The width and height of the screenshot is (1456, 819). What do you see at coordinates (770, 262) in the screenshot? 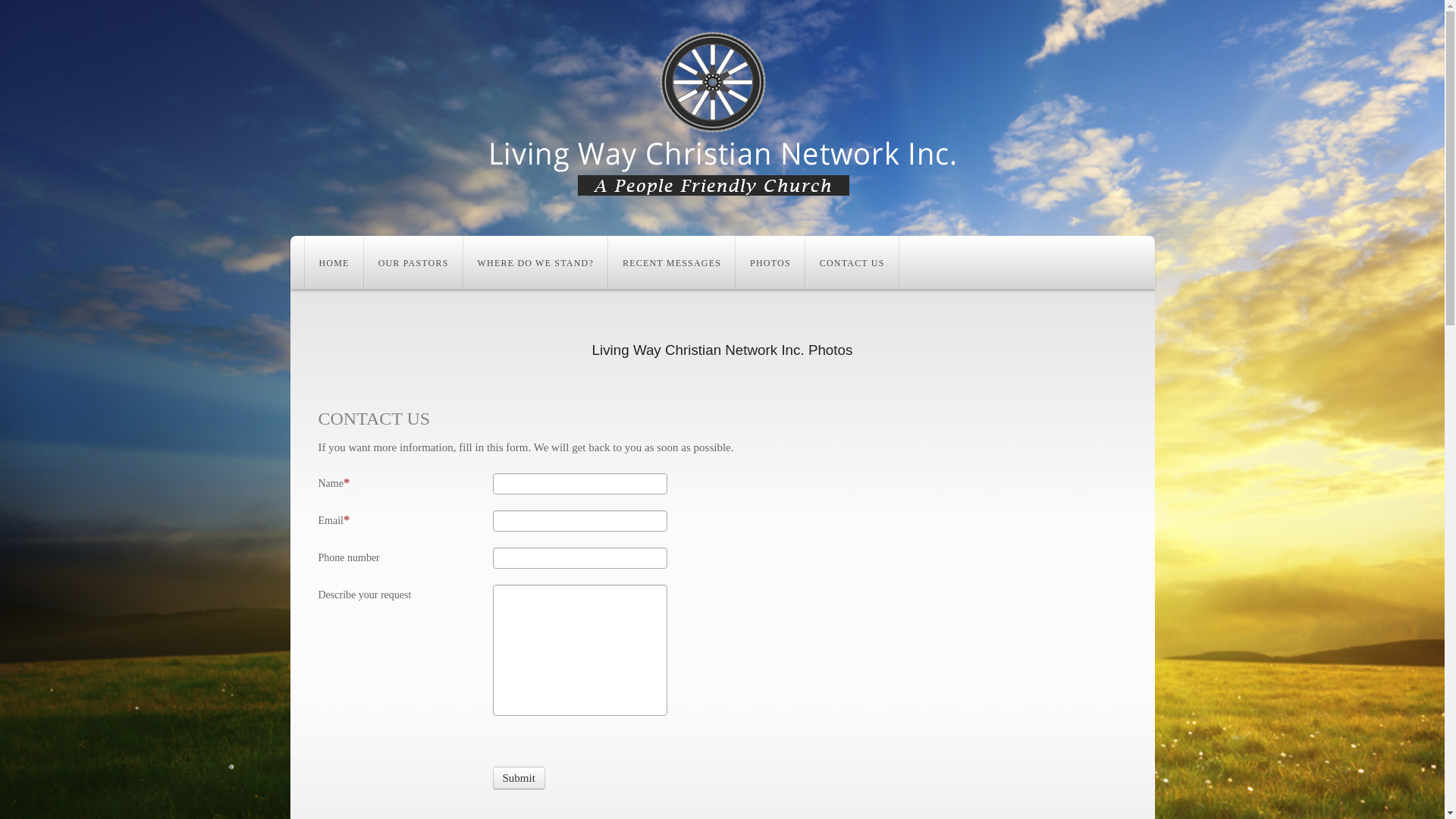
I see `'PHOTOS'` at bounding box center [770, 262].